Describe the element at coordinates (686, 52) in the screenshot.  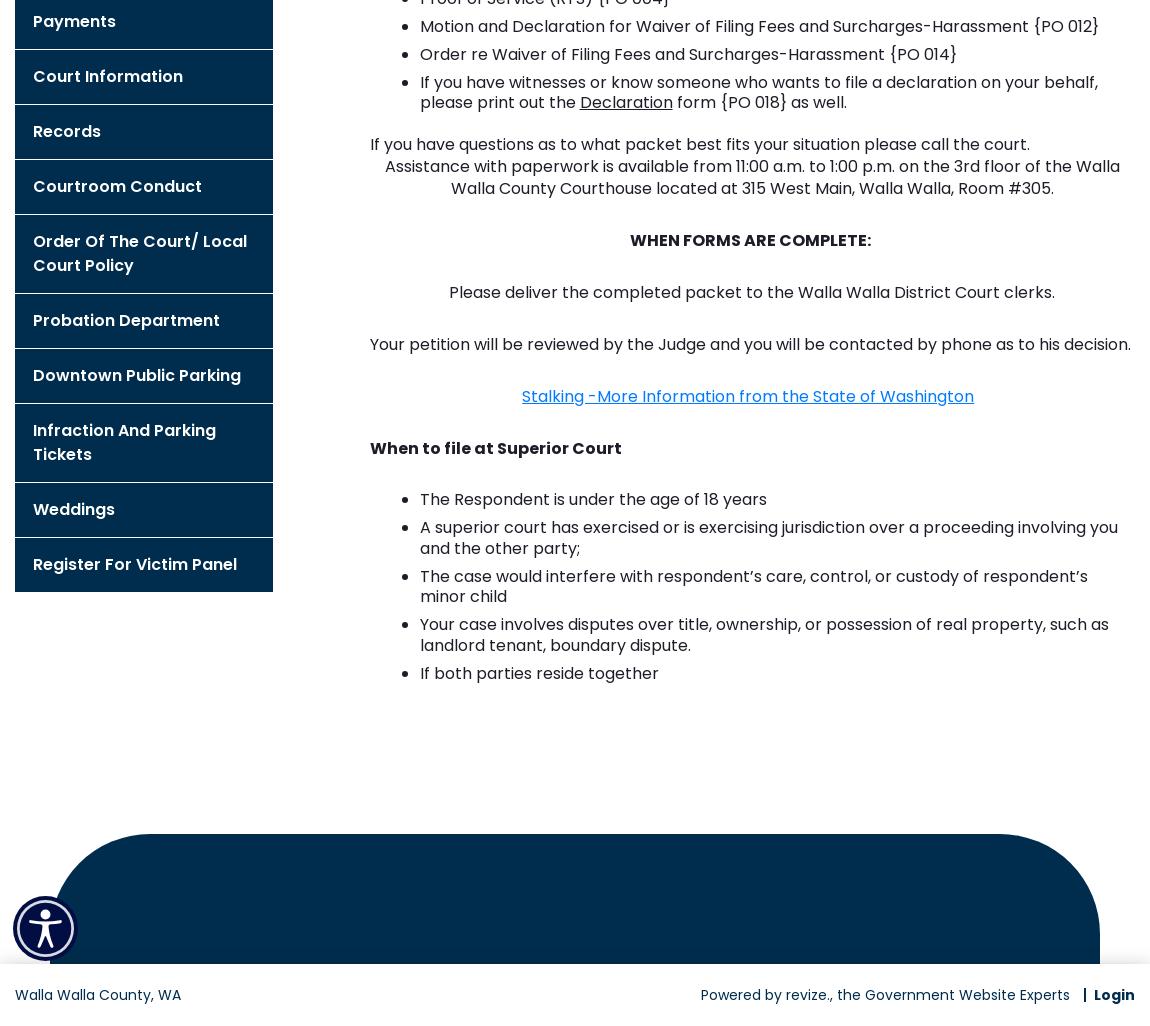
I see `'Order re Waiver of Filing Fees and Surcharges-Harassment {PO 014}'` at that location.